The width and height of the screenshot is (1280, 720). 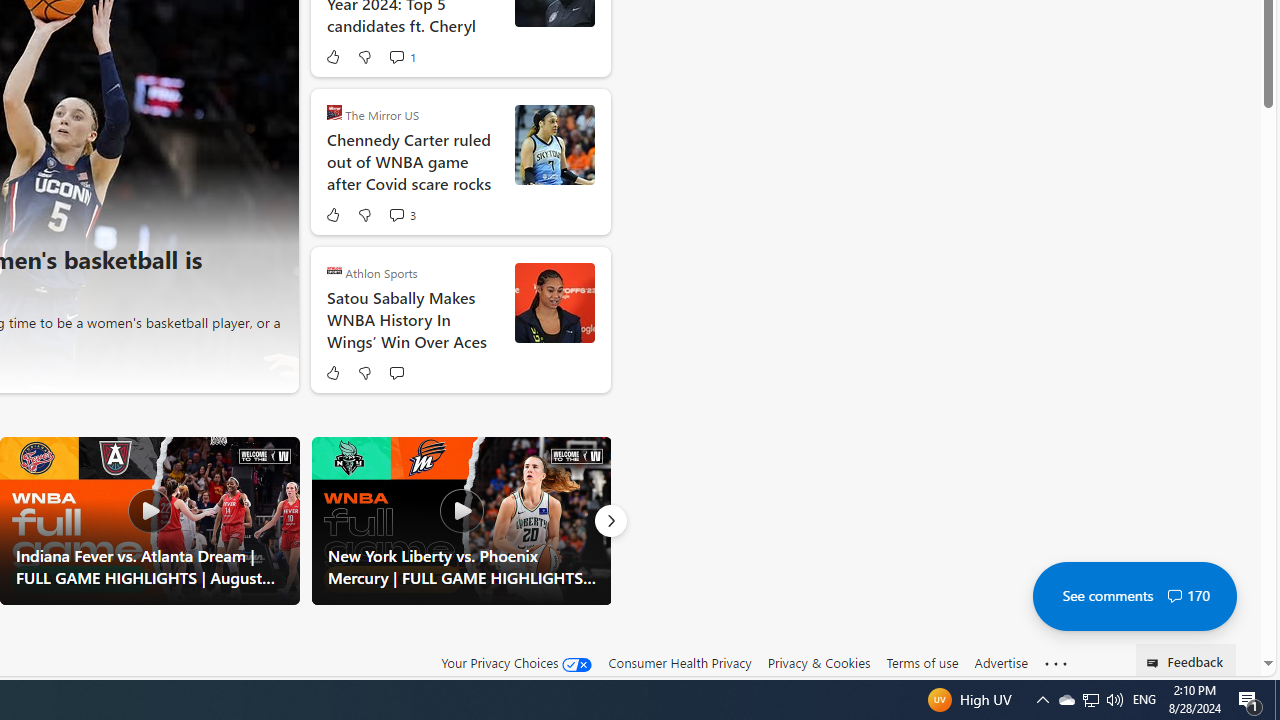 I want to click on 'The Mirror US', so click(x=334, y=112).